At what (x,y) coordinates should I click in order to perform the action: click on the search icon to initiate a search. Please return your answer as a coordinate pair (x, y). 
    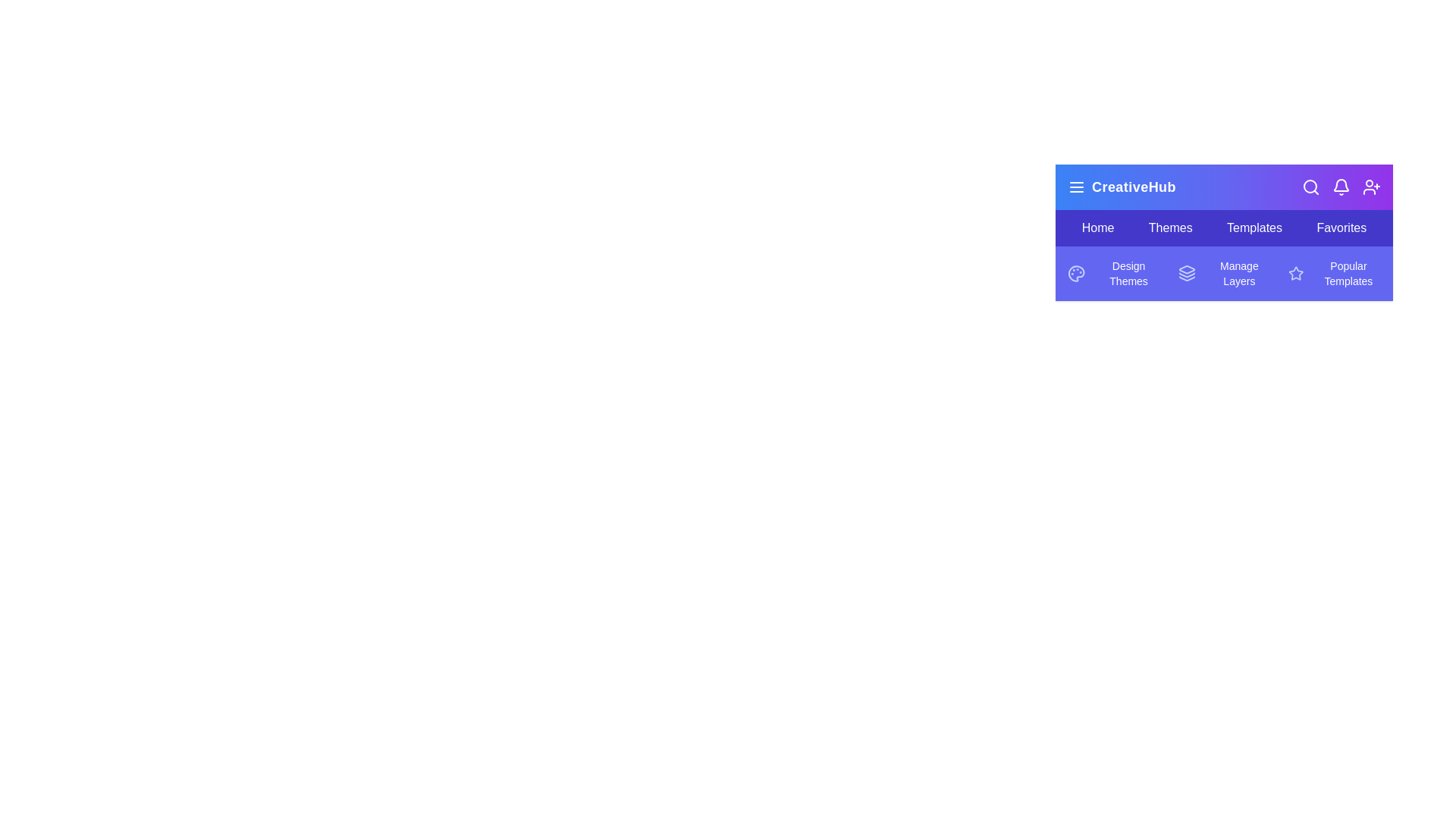
    Looking at the image, I should click on (1310, 186).